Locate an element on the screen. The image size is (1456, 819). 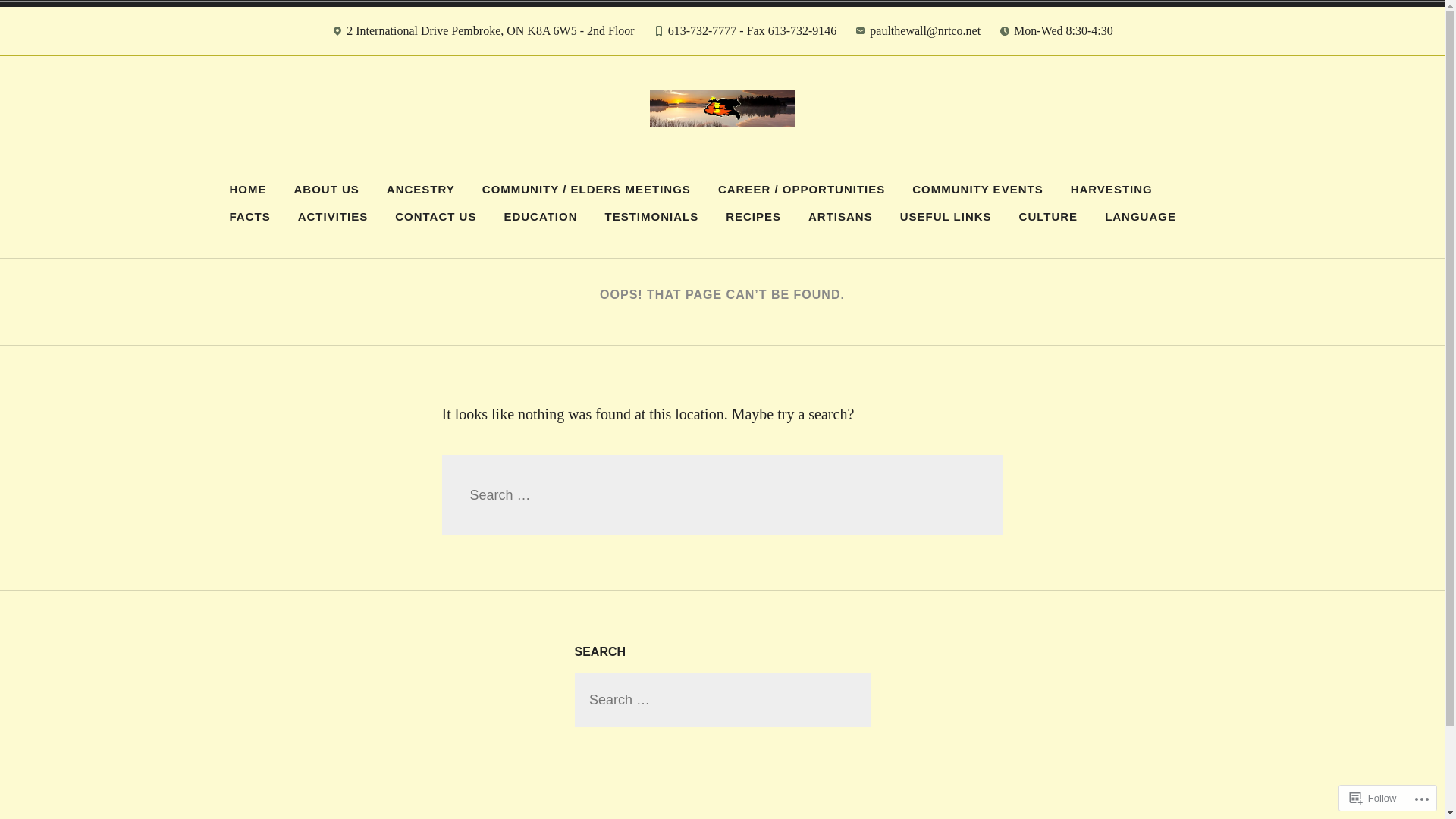
'HOME' is located at coordinates (248, 189).